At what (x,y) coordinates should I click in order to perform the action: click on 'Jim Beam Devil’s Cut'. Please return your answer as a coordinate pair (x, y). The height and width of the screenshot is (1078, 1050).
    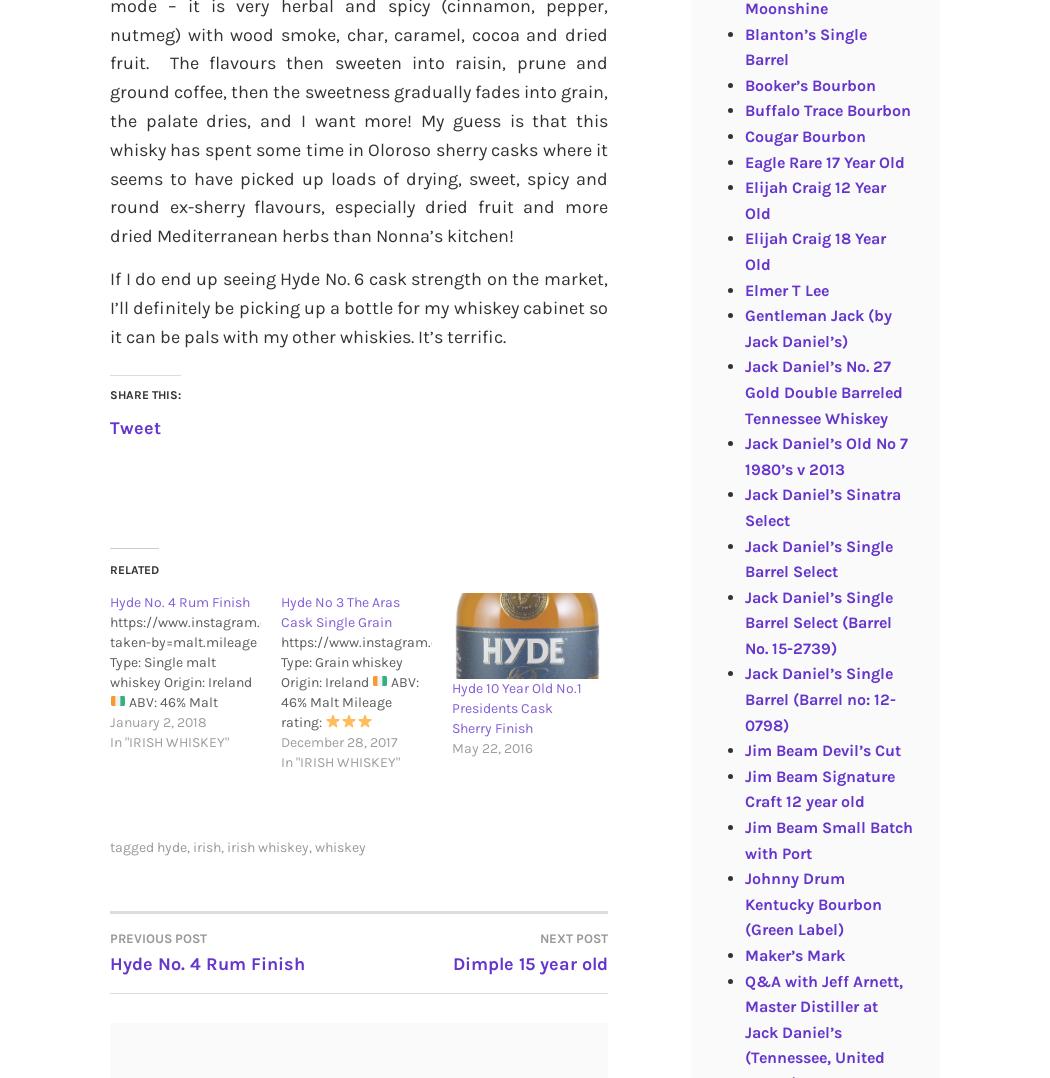
    Looking at the image, I should click on (821, 750).